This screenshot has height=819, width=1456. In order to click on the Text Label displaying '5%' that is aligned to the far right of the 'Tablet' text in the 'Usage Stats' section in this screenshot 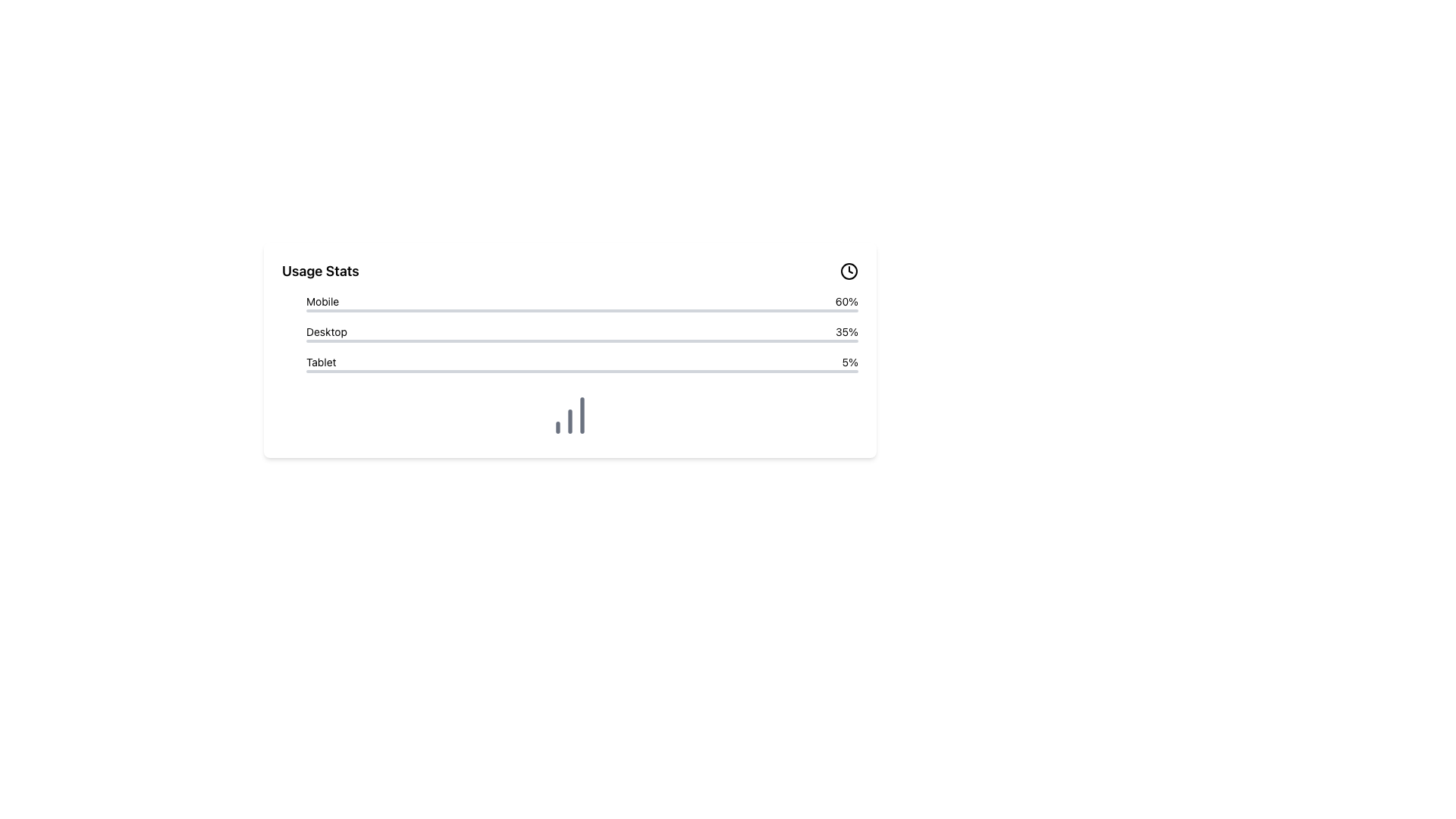, I will do `click(850, 362)`.